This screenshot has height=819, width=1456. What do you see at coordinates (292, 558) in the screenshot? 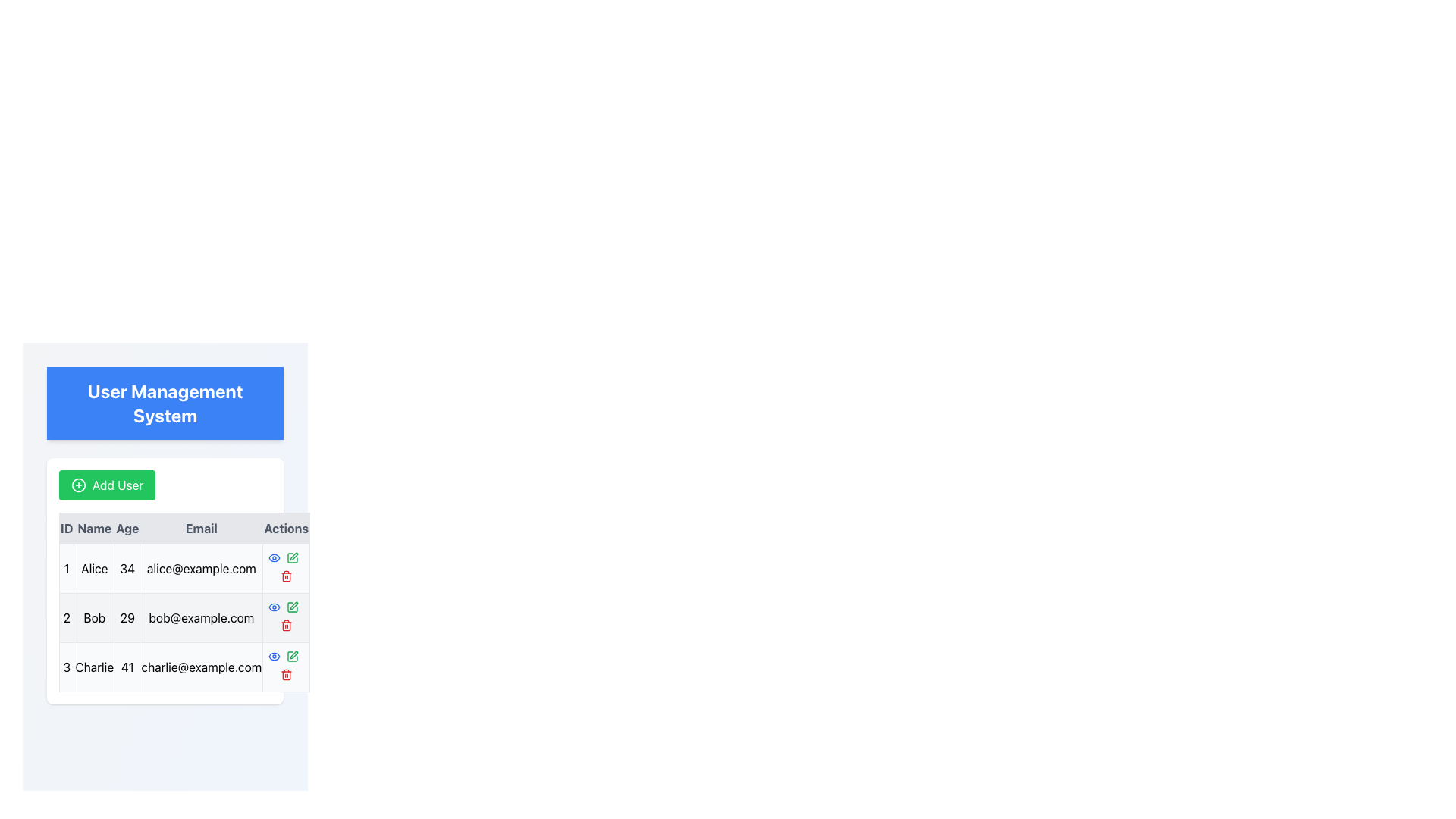
I see `the pen icon in Charlie's row under the 'Actions' column` at bounding box center [292, 558].